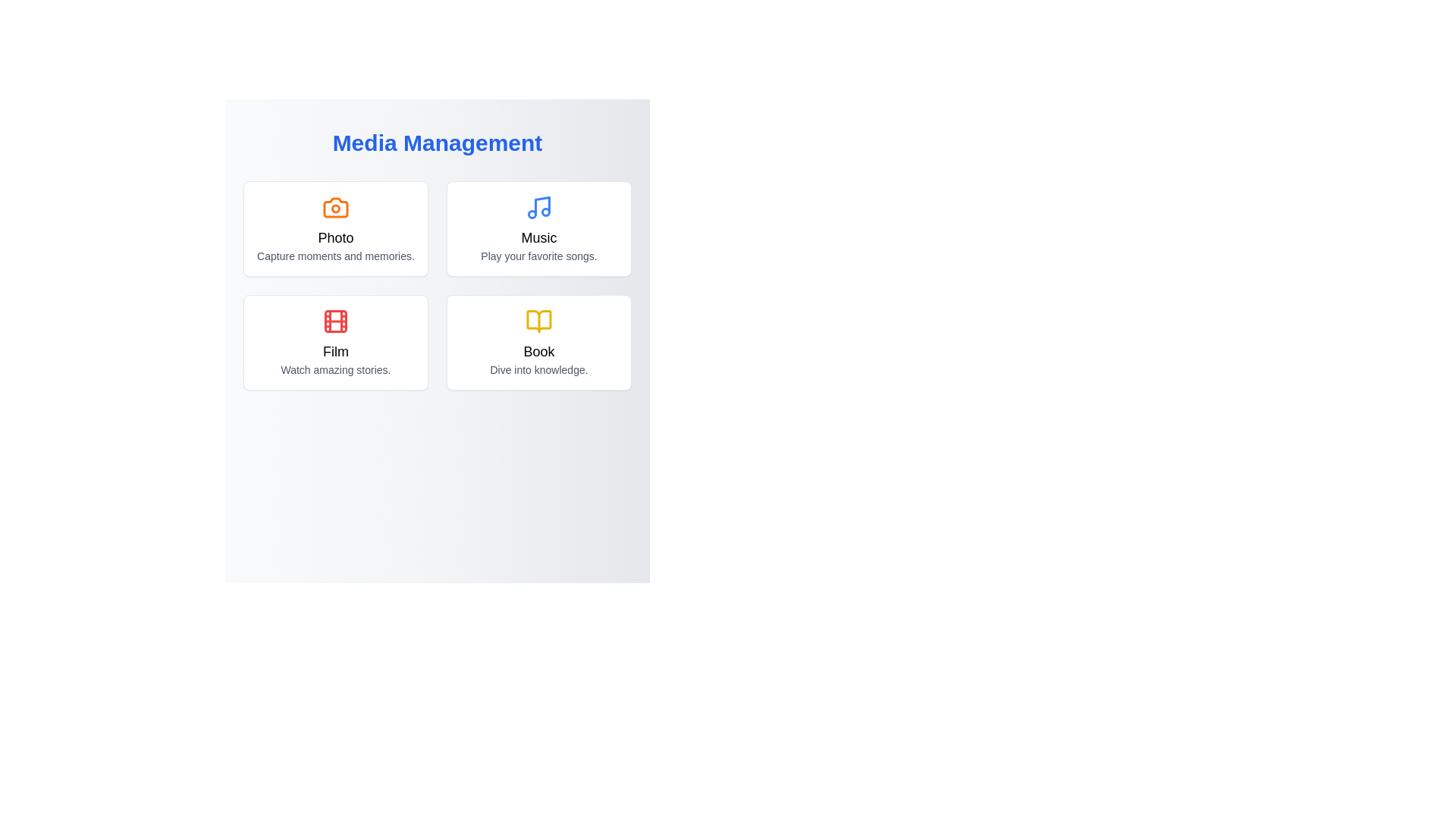 The height and width of the screenshot is (819, 1456). I want to click on the photo management icon located in the top-left block of the grid, above the text 'Photo' and 'Capture moments and memories', to associate its meaning in context, so click(334, 207).